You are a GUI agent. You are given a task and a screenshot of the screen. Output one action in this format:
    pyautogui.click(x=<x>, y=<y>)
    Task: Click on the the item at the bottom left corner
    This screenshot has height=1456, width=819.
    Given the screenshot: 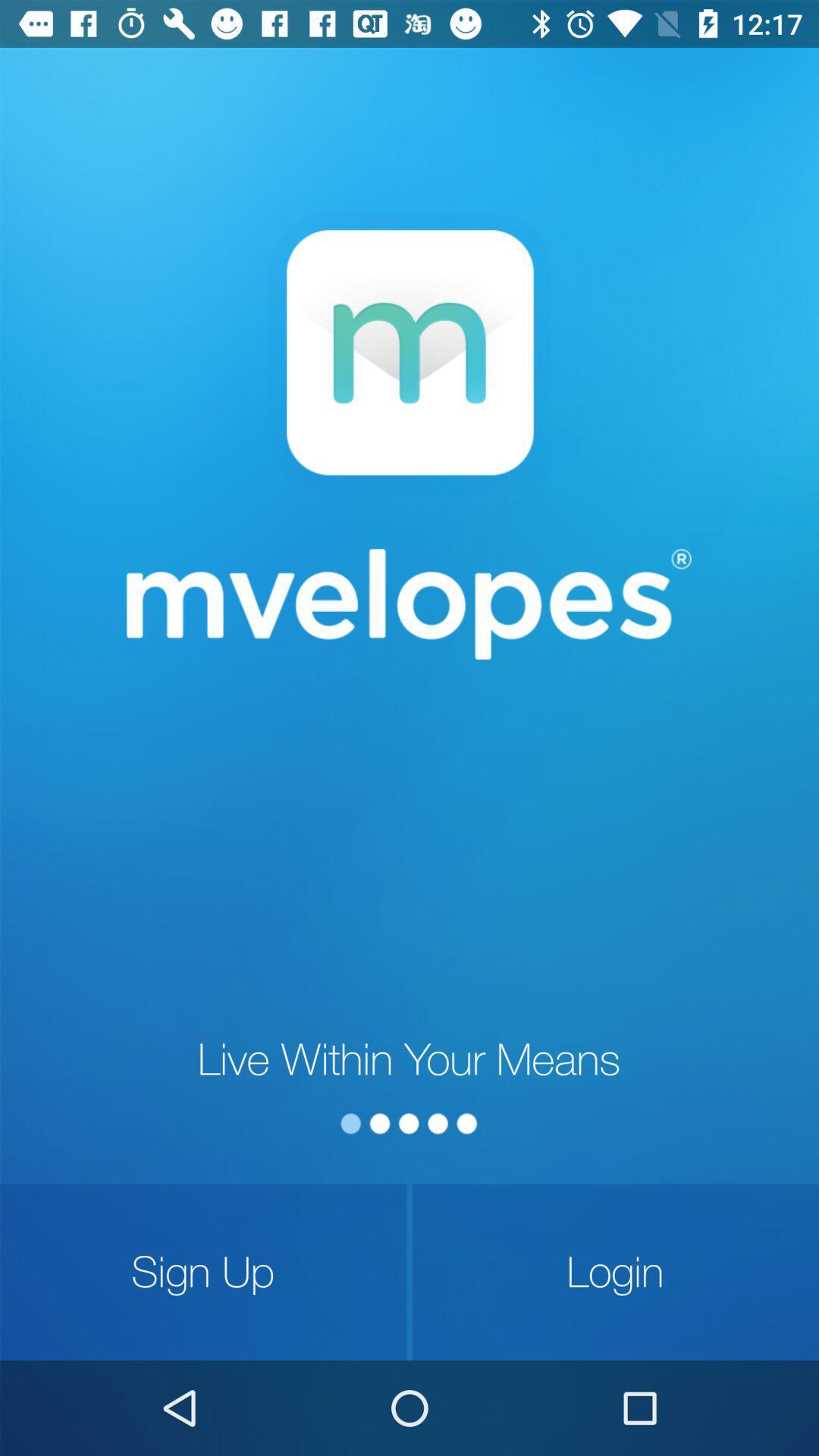 What is the action you would take?
    pyautogui.click(x=202, y=1272)
    